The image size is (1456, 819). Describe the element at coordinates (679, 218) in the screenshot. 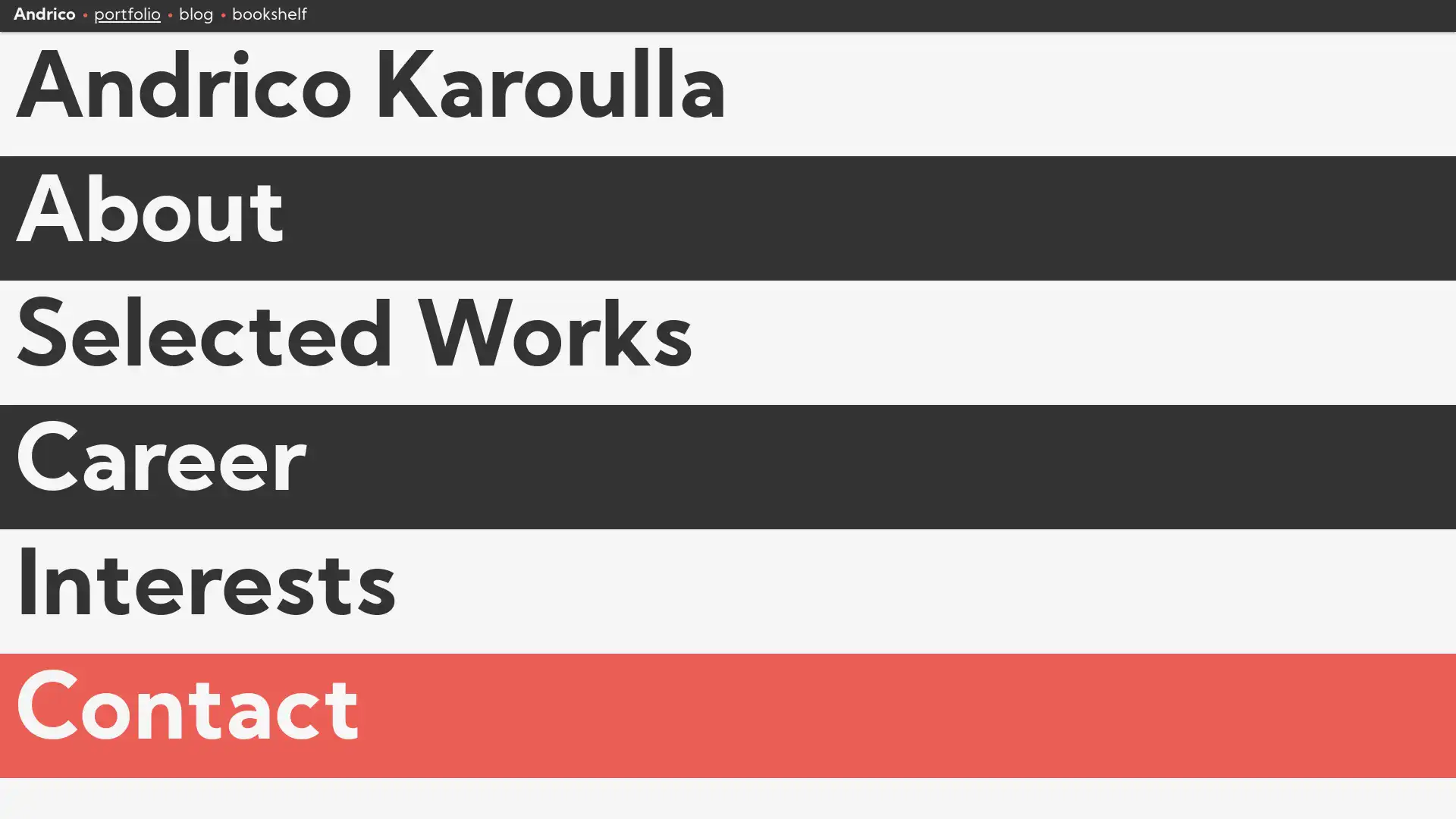

I see `About` at that location.